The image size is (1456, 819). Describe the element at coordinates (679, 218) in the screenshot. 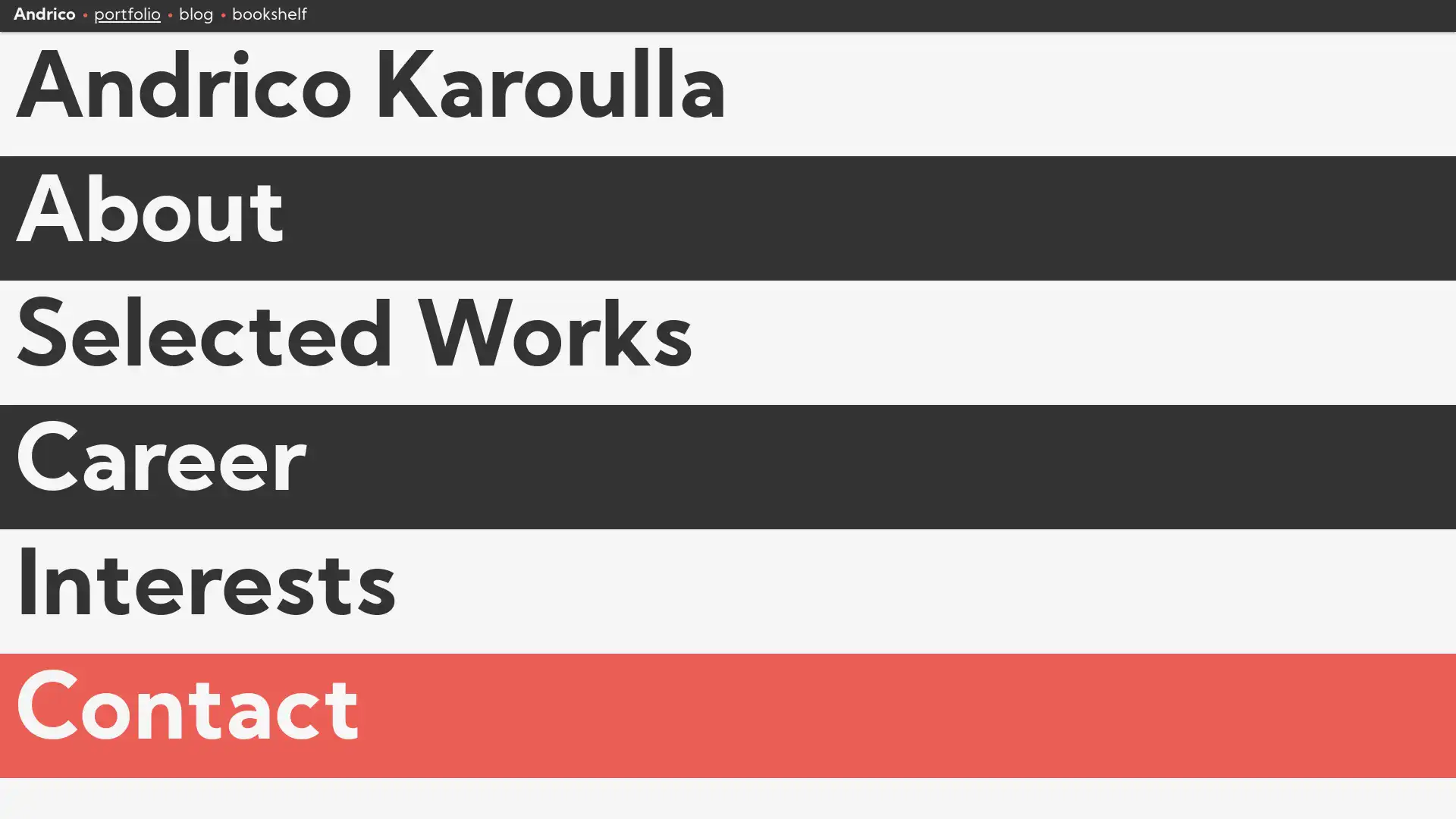

I see `About` at that location.